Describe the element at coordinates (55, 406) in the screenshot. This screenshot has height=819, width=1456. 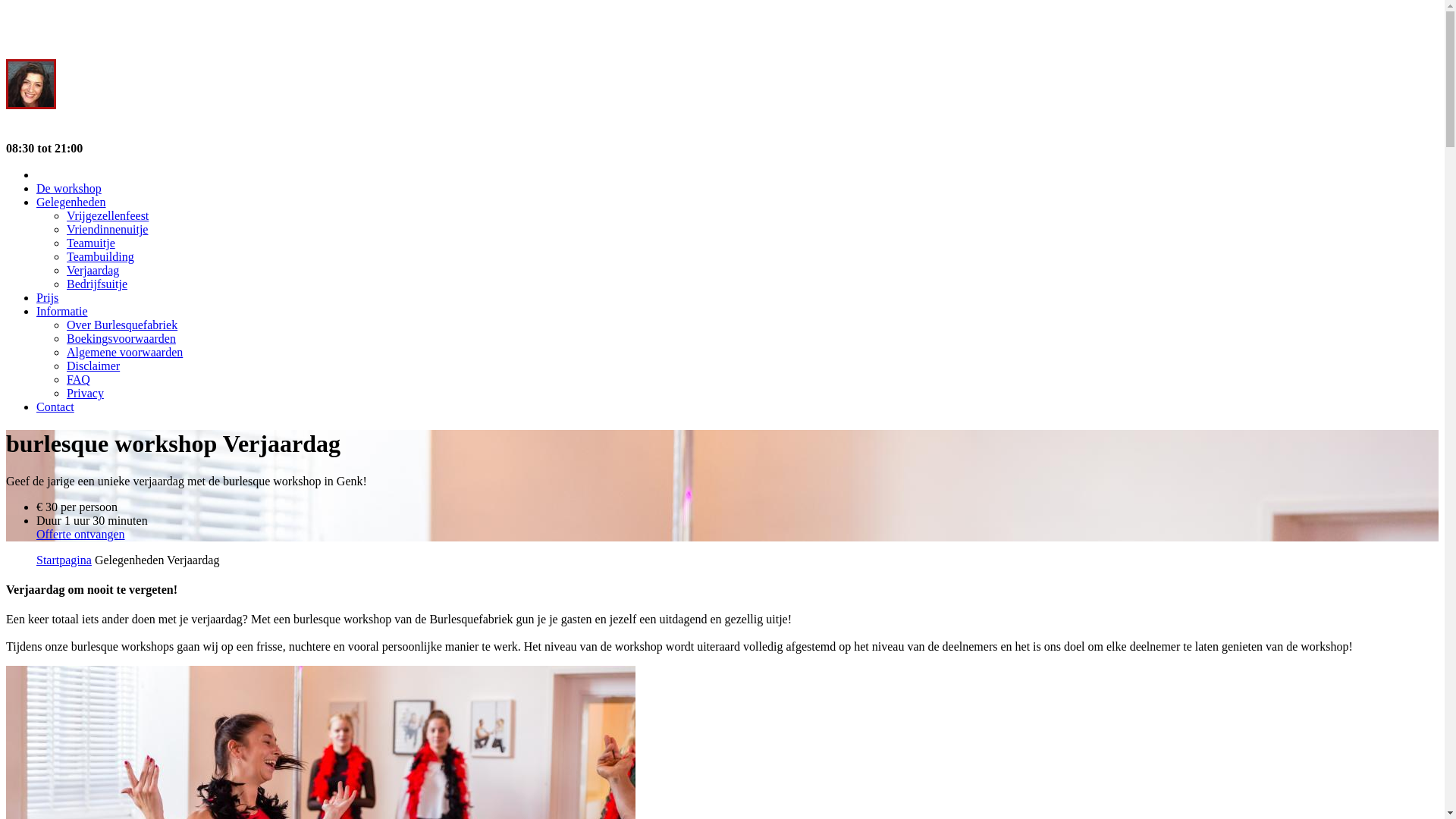
I see `'Contact'` at that location.